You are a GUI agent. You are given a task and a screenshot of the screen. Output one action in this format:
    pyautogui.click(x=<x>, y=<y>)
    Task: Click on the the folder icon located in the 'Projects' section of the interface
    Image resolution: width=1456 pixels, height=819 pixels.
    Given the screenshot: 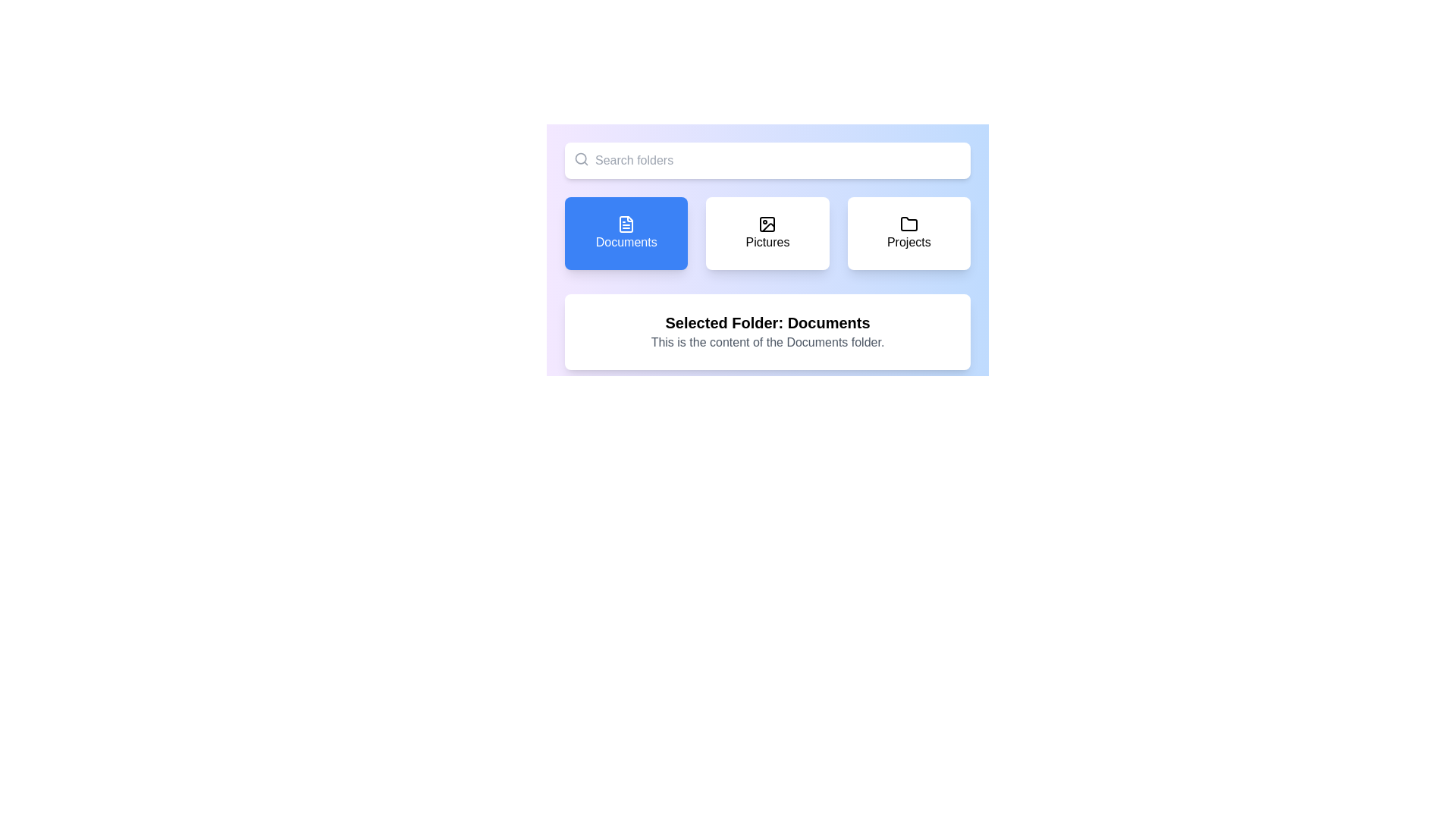 What is the action you would take?
    pyautogui.click(x=908, y=224)
    